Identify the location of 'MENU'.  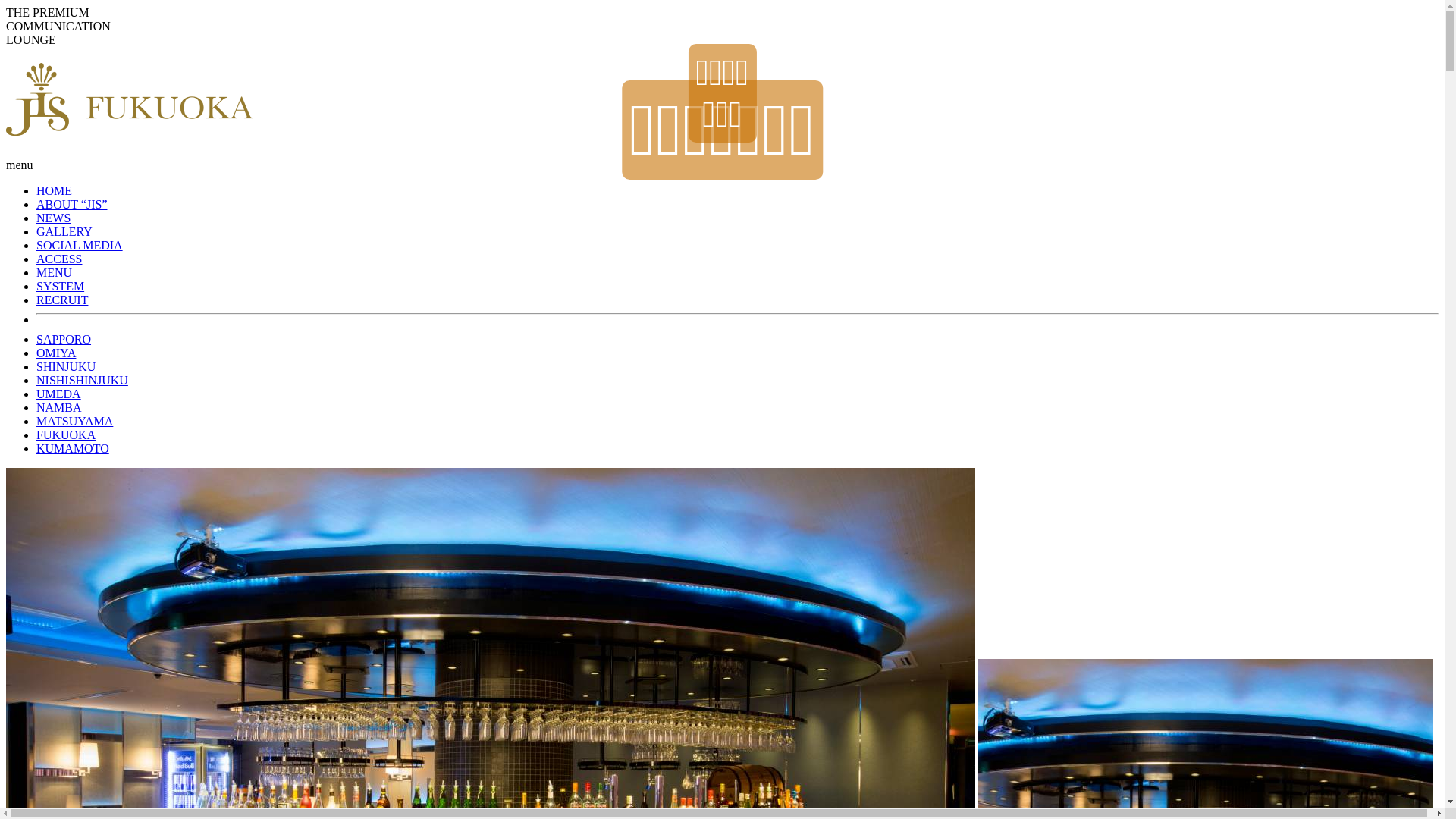
(36, 271).